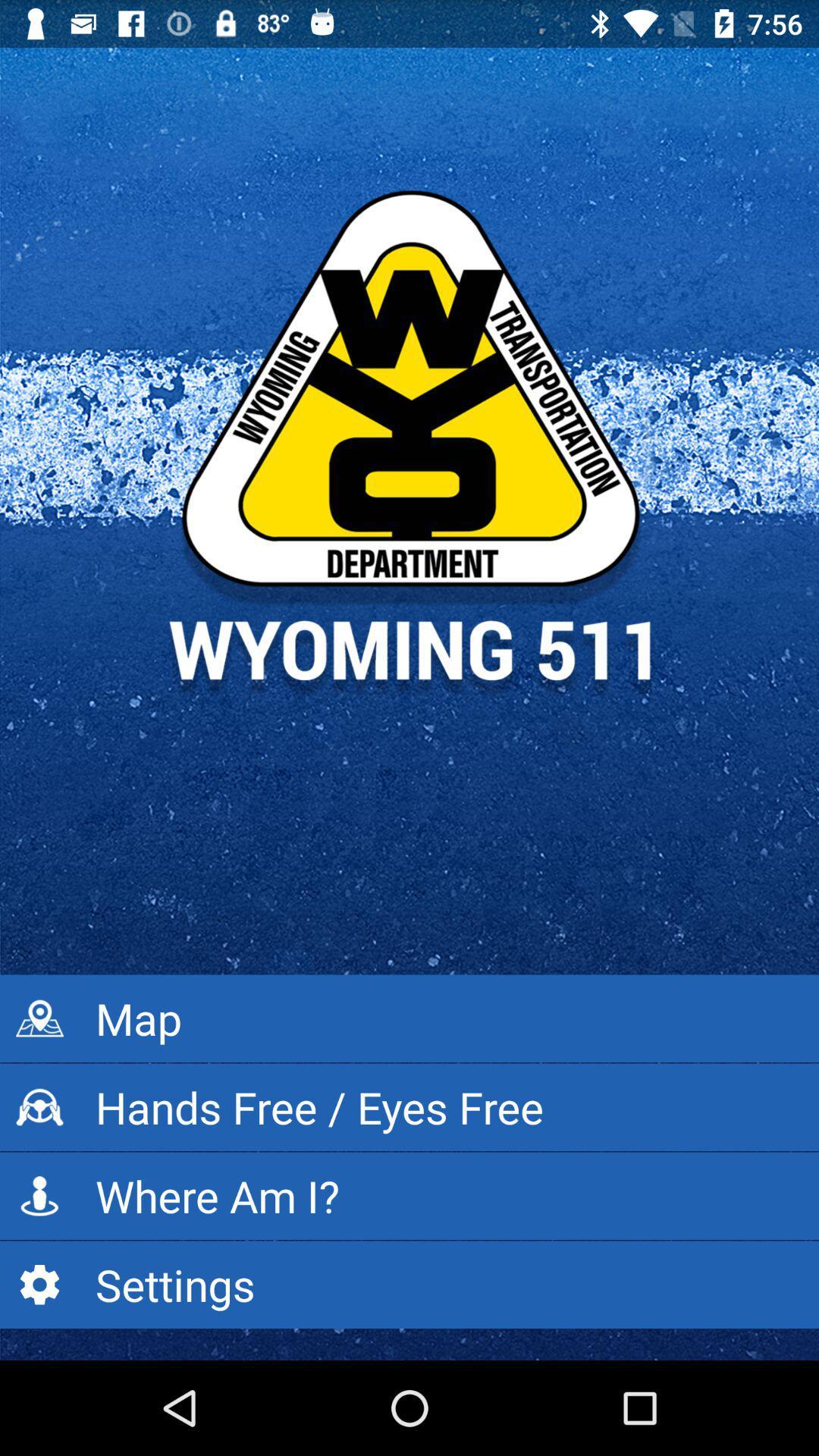 The height and width of the screenshot is (1456, 819). Describe the element at coordinates (409, 1107) in the screenshot. I see `the app below map item` at that location.